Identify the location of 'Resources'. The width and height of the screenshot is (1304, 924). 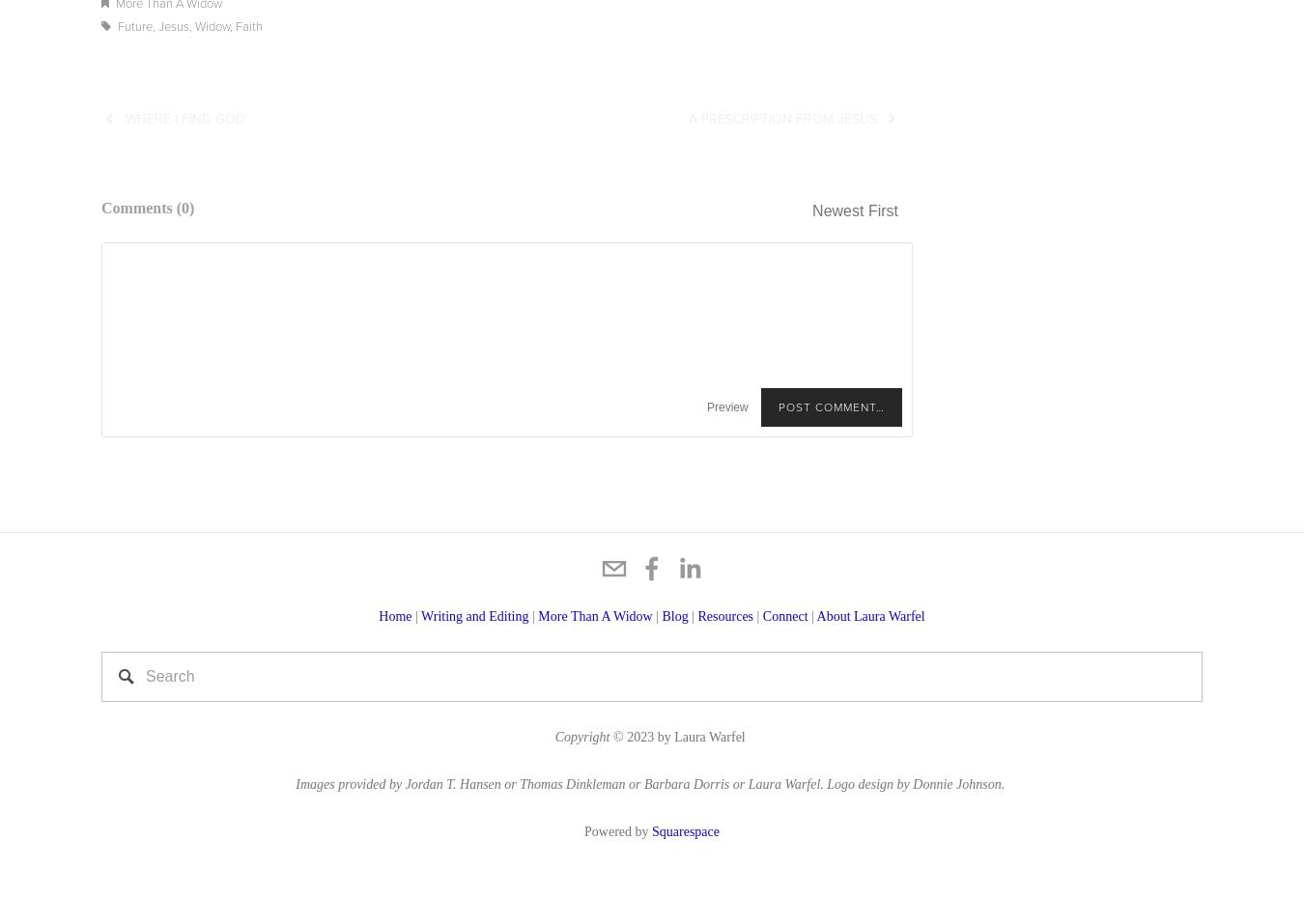
(724, 615).